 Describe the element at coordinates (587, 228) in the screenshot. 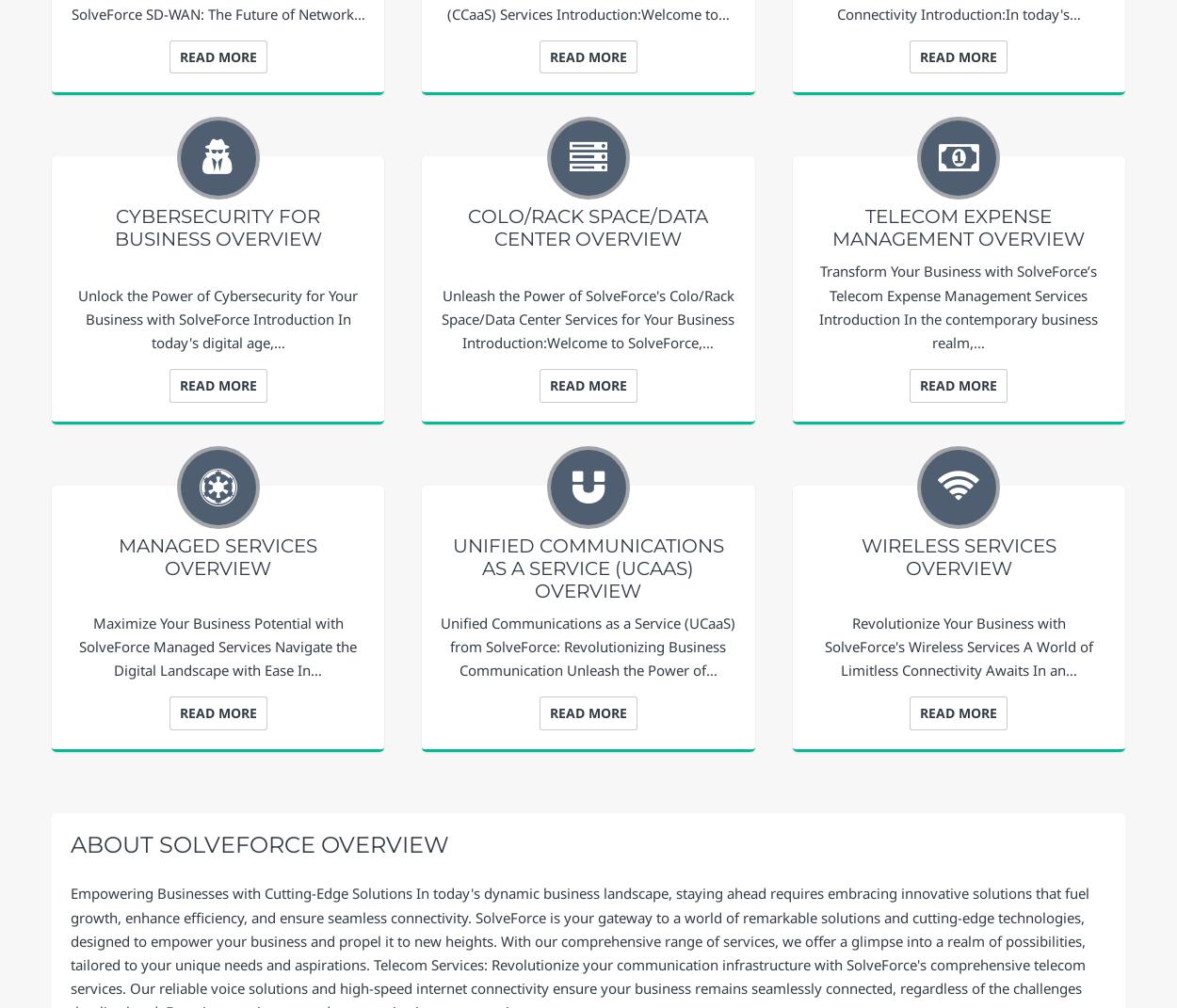

I see `'Colo/Rack Space/Data Center Overview'` at that location.